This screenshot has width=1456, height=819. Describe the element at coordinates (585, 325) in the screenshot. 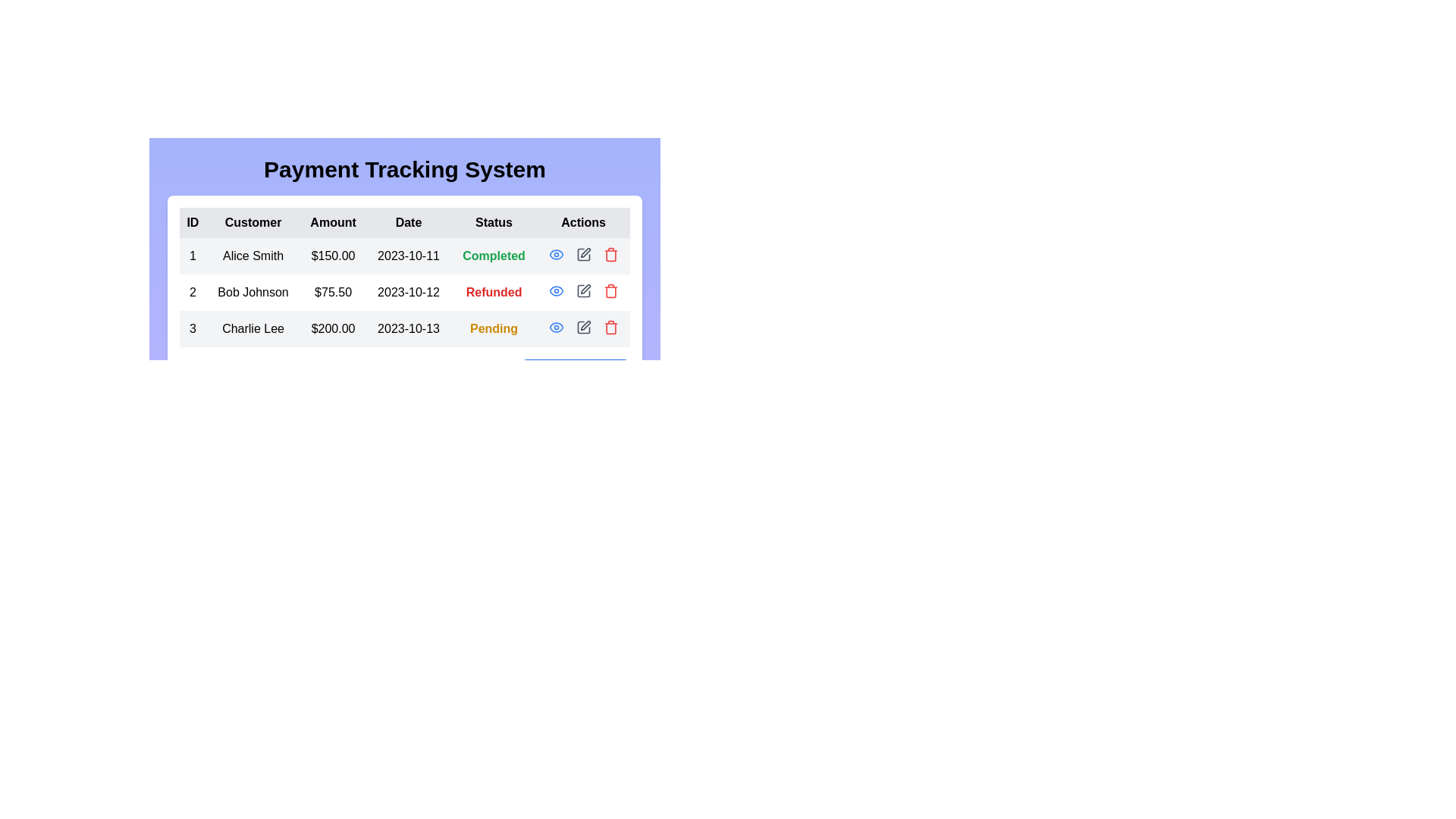

I see `the SVG icon in the 'Actions' column of the third row for customer 'Charlie Lee'` at that location.